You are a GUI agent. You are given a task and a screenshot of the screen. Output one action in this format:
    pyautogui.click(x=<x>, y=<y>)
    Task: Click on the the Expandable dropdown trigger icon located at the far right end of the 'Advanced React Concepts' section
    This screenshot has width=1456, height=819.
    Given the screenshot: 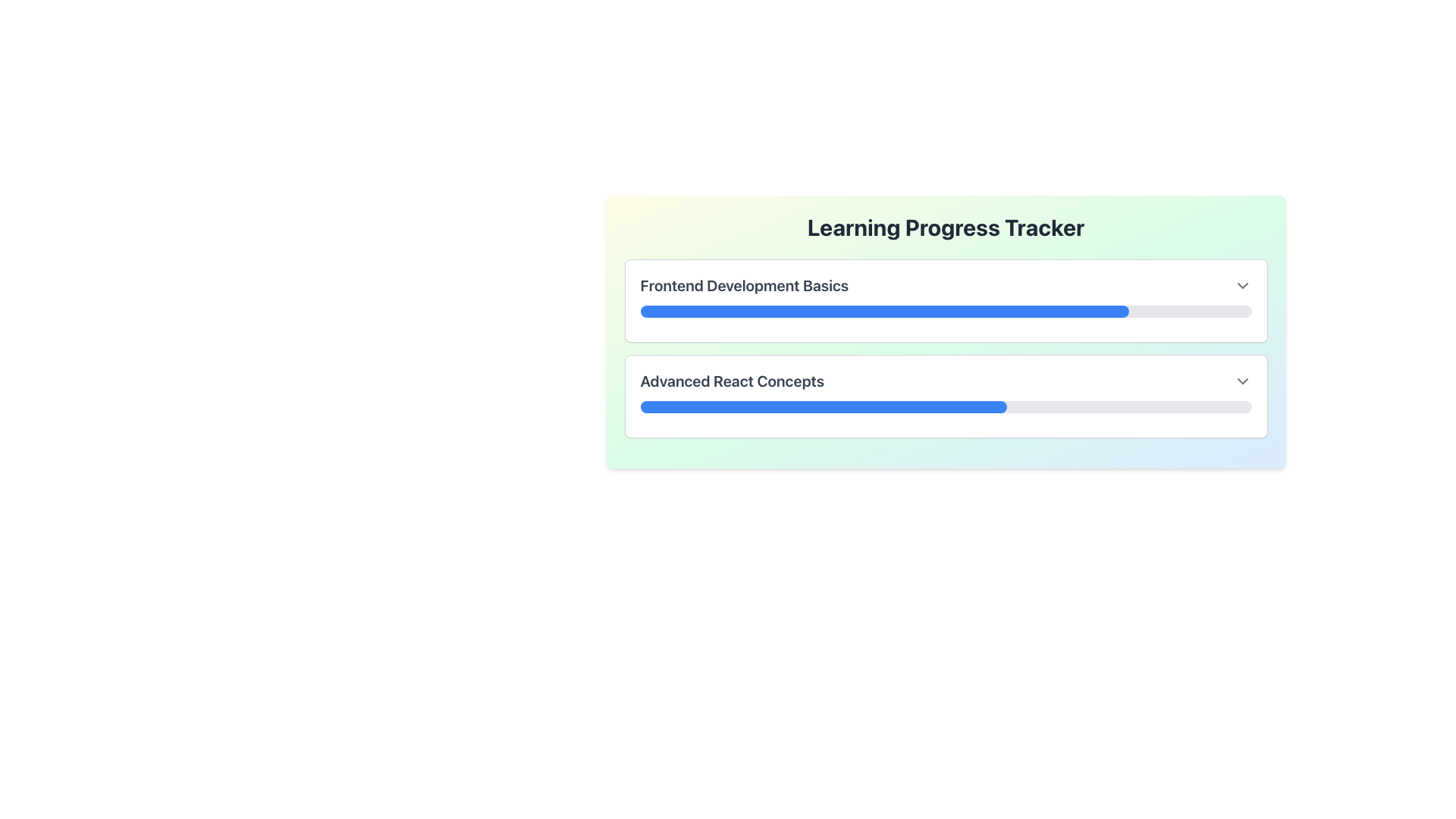 What is the action you would take?
    pyautogui.click(x=1242, y=380)
    